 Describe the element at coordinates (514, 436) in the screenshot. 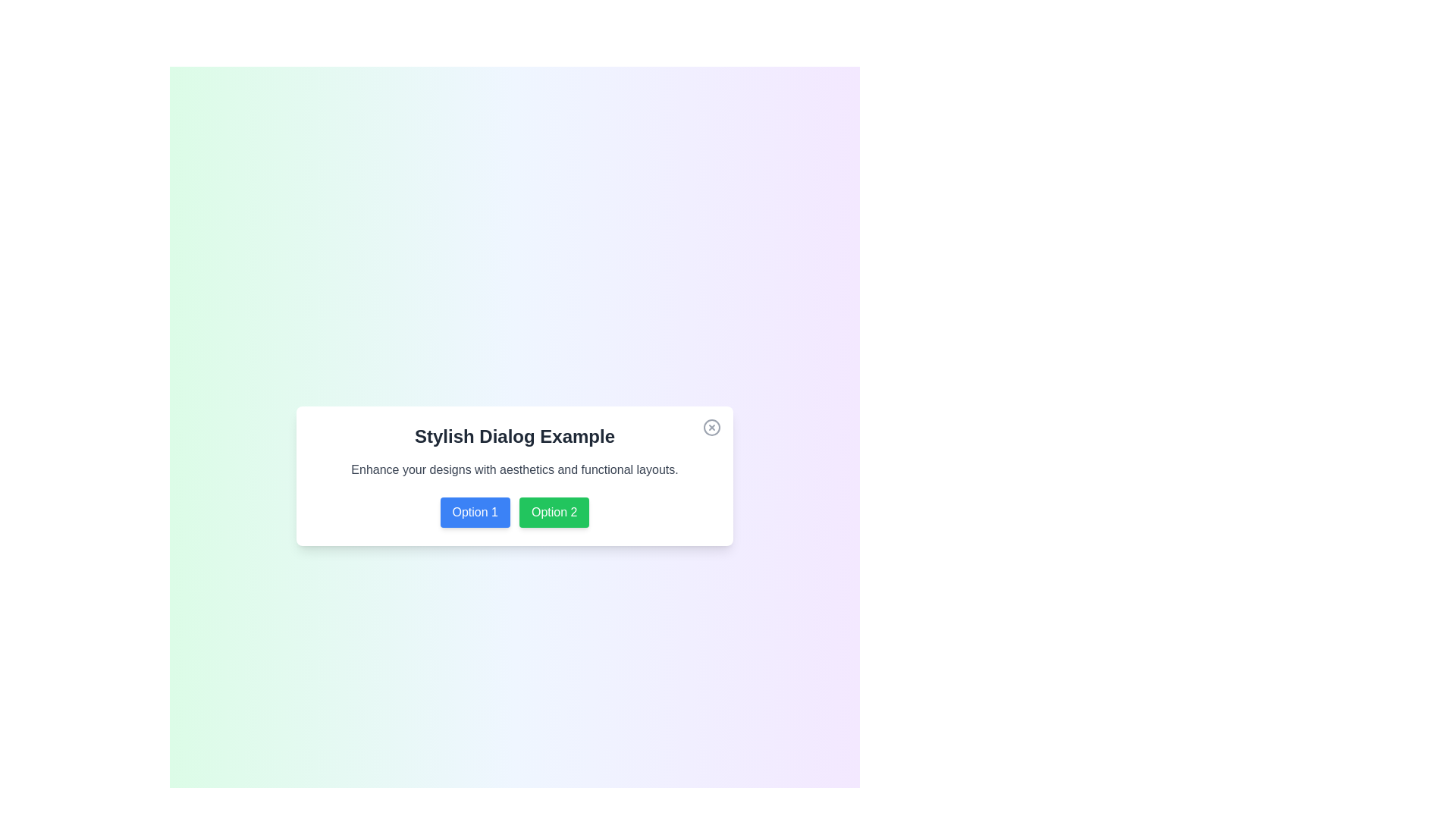

I see `the title 'Stylish Dialog Example' to read its content` at that location.